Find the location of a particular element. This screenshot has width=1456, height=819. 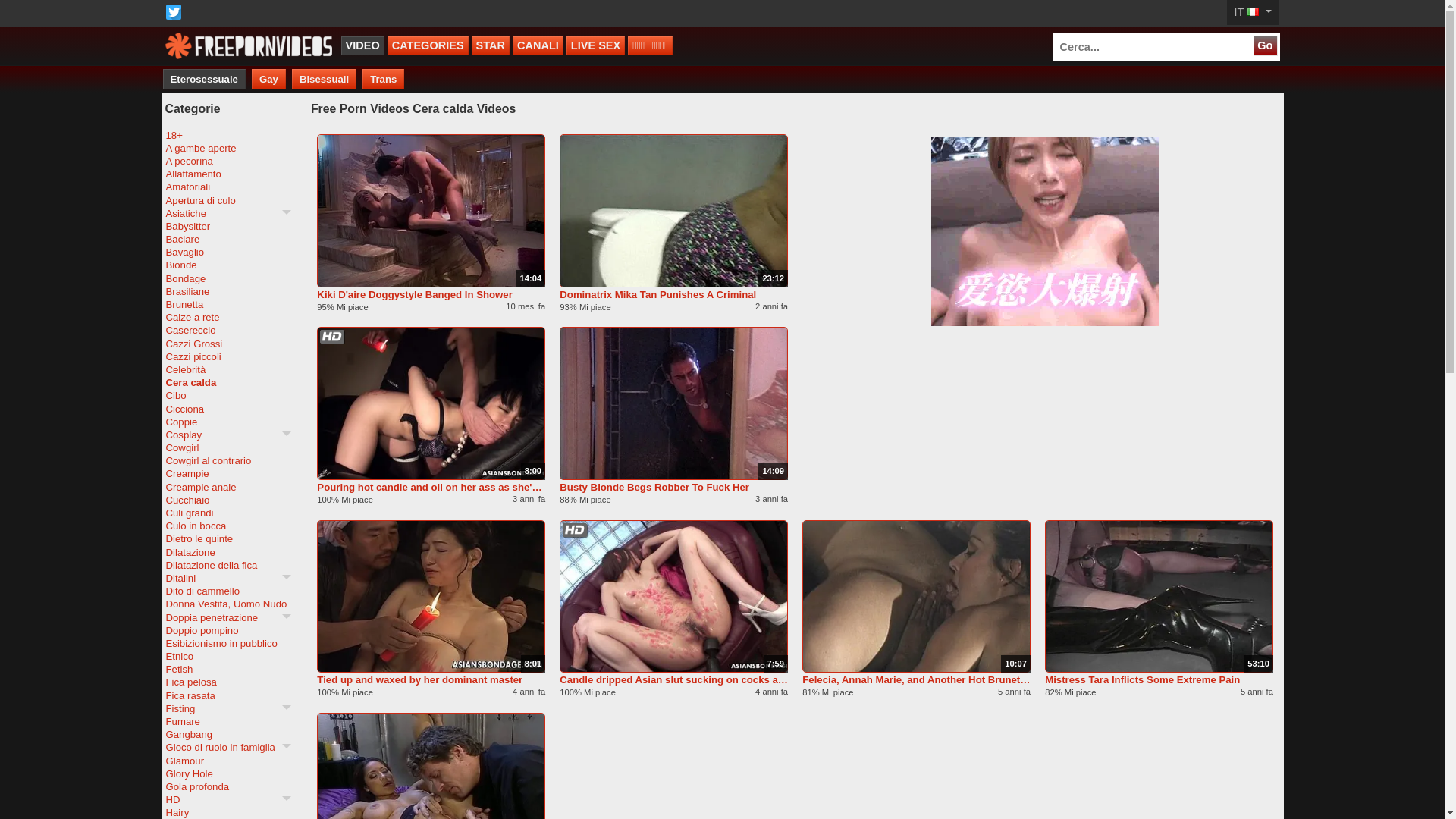

'IT' is located at coordinates (1252, 12).